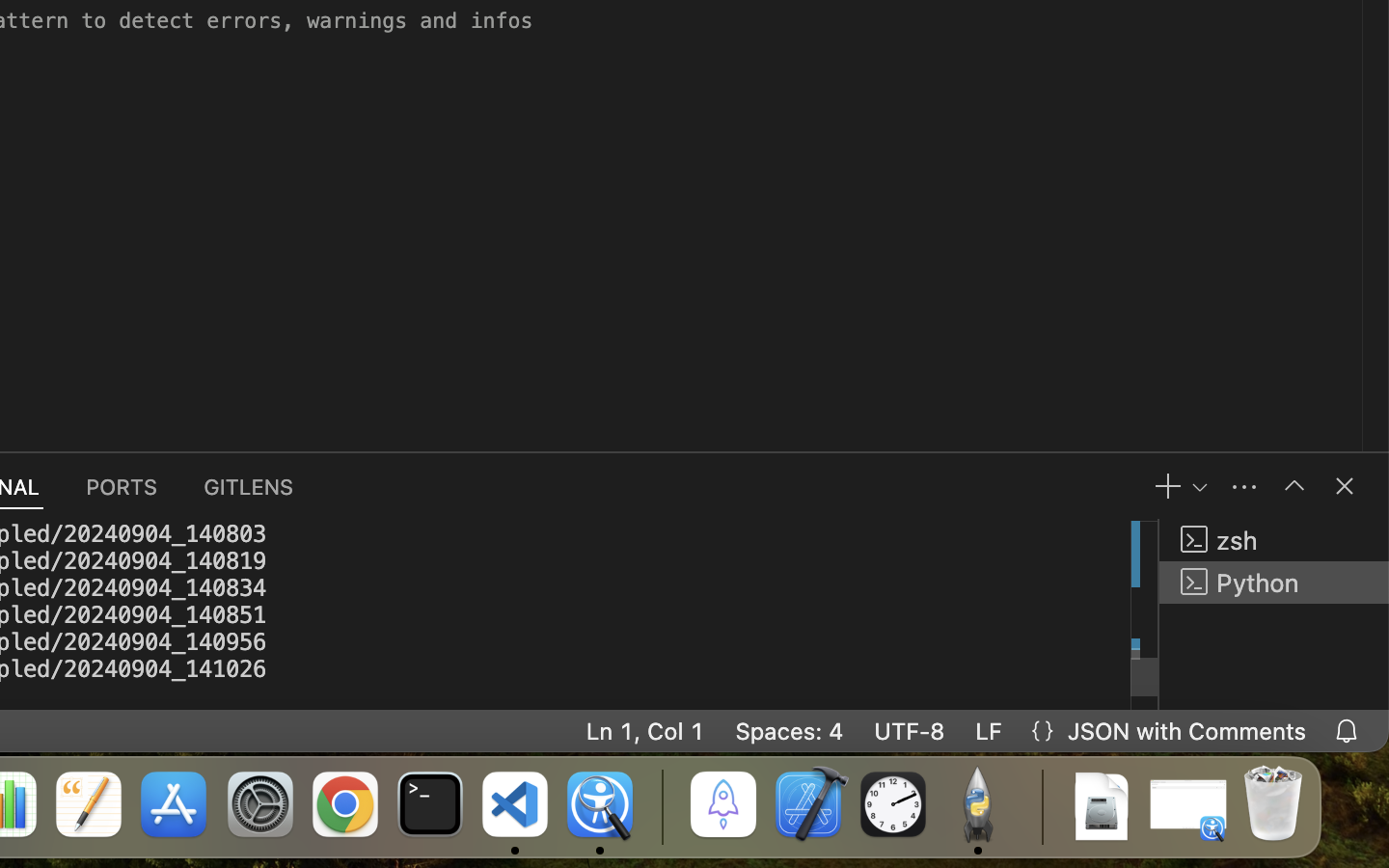 The height and width of the screenshot is (868, 1389). I want to click on 'Python ', so click(1273, 582).